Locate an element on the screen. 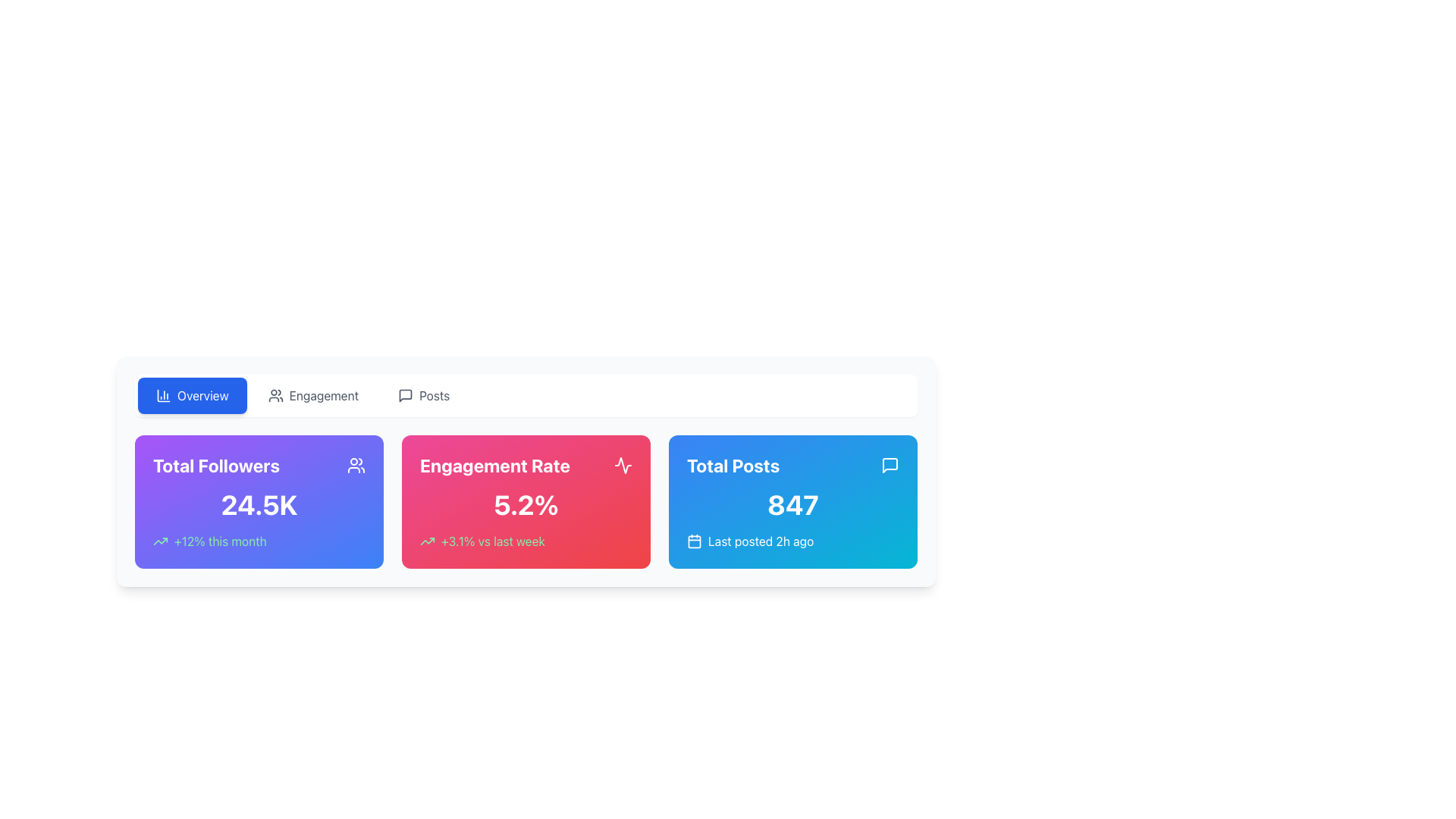 The height and width of the screenshot is (819, 1456). the text label that displays the engagement rate statistic, which is centrally aligned within the red card labeled 'Engagement Rate' is located at coordinates (526, 505).